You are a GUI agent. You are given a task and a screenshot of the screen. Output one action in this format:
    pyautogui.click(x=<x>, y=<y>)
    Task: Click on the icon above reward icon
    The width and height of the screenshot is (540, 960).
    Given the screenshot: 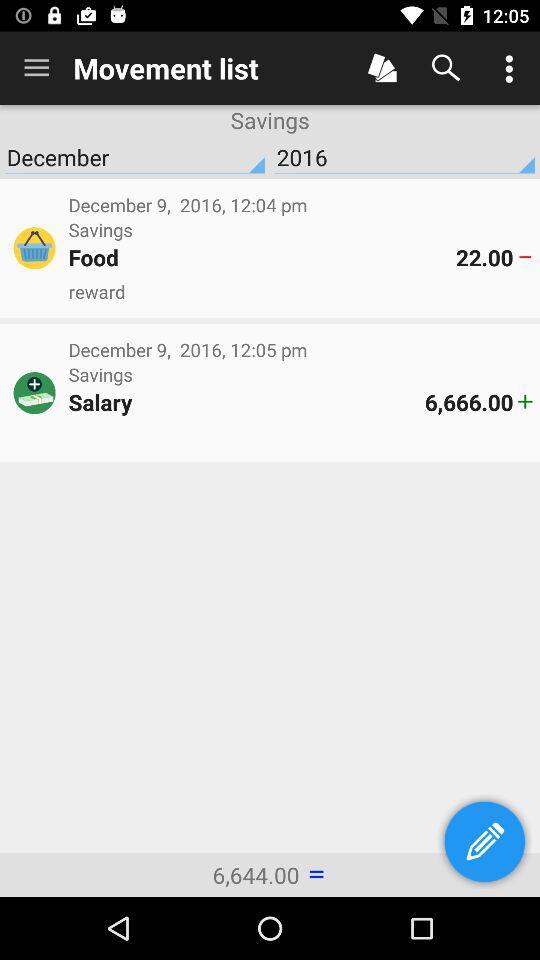 What is the action you would take?
    pyautogui.click(x=262, y=256)
    